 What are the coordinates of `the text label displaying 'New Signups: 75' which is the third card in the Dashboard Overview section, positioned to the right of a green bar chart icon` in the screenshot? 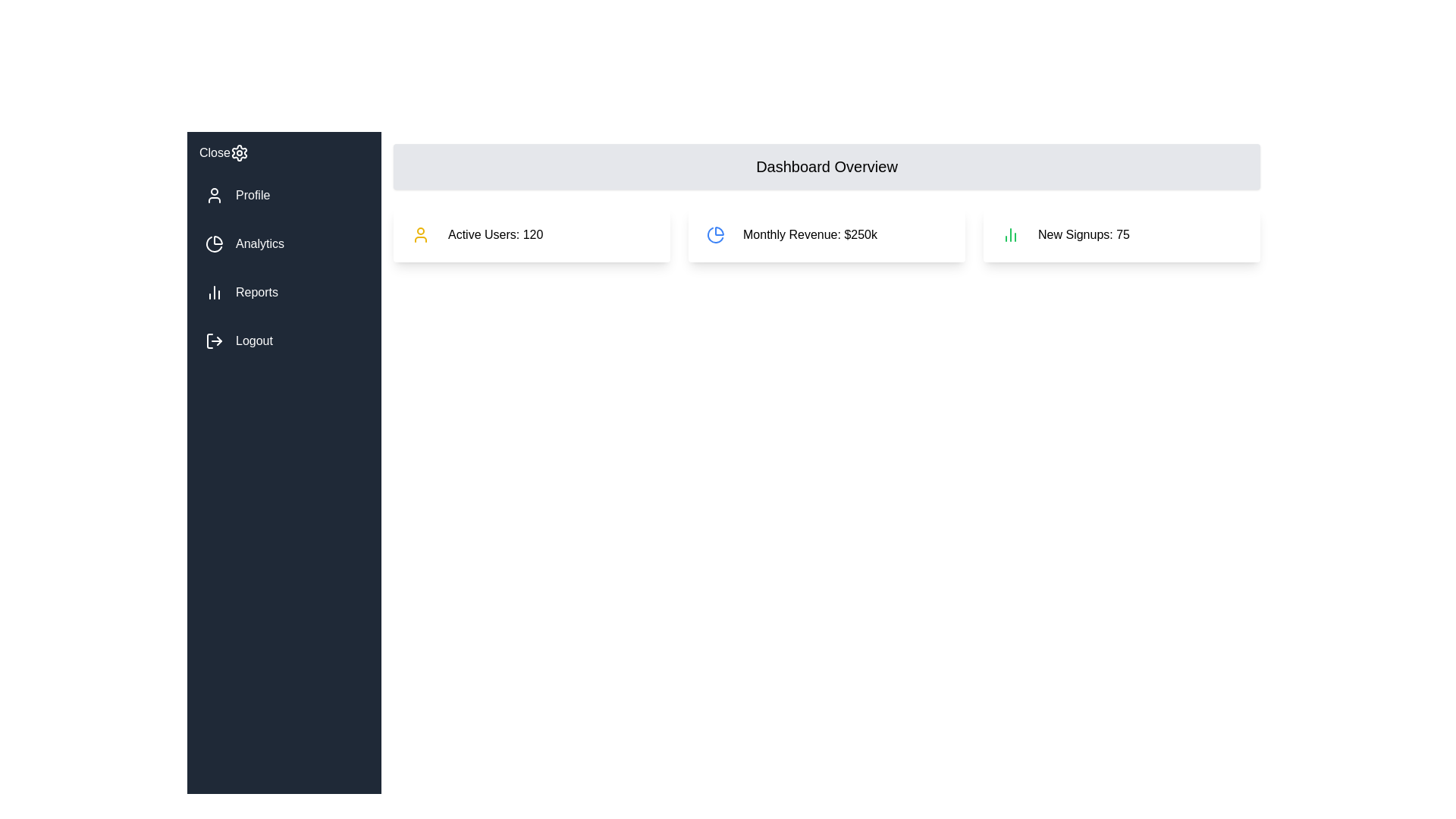 It's located at (1083, 234).